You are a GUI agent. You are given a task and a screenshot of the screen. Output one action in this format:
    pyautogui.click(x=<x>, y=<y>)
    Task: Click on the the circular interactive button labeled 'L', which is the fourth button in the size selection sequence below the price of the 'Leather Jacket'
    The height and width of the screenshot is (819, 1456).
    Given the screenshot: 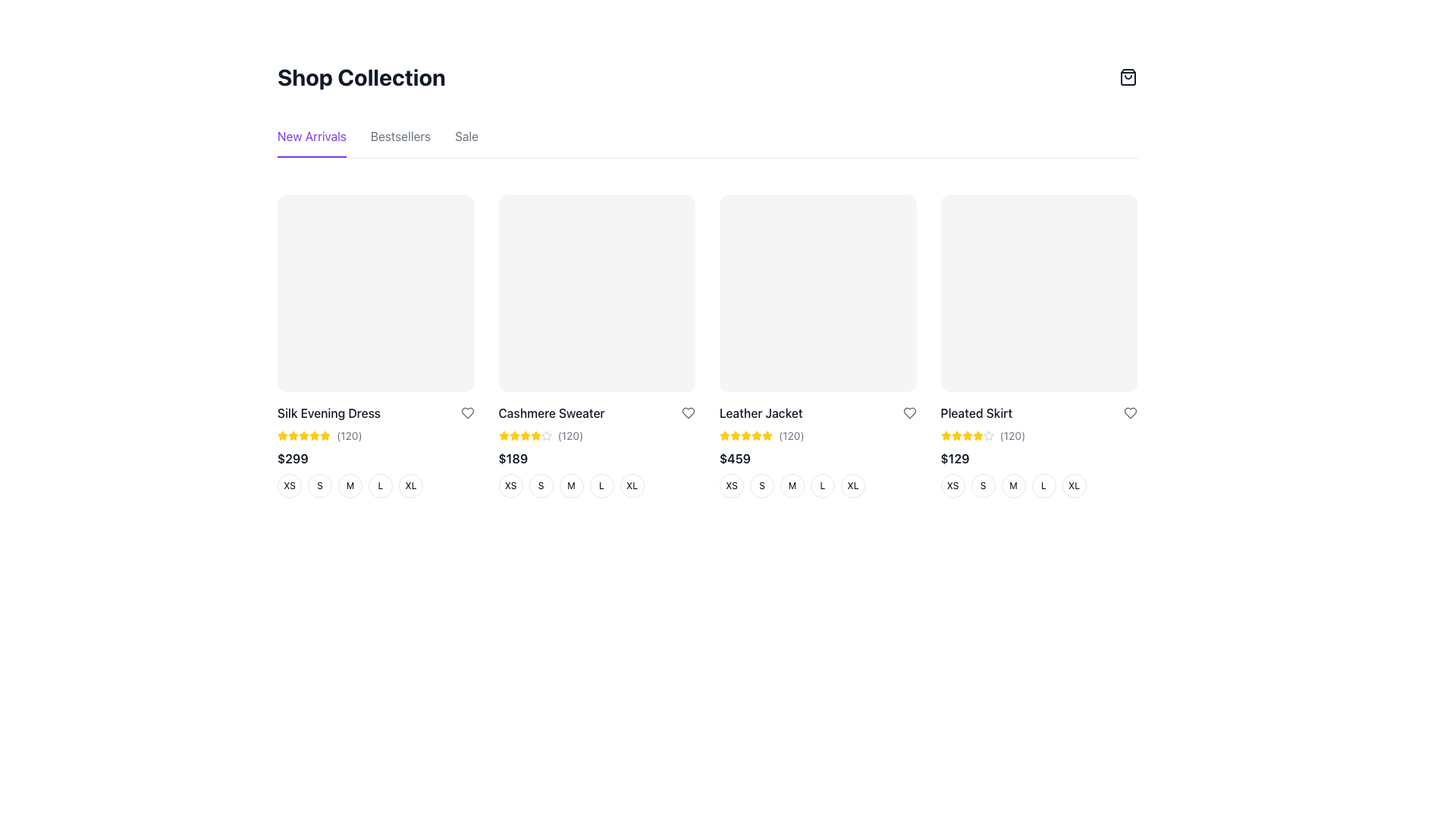 What is the action you would take?
    pyautogui.click(x=817, y=485)
    